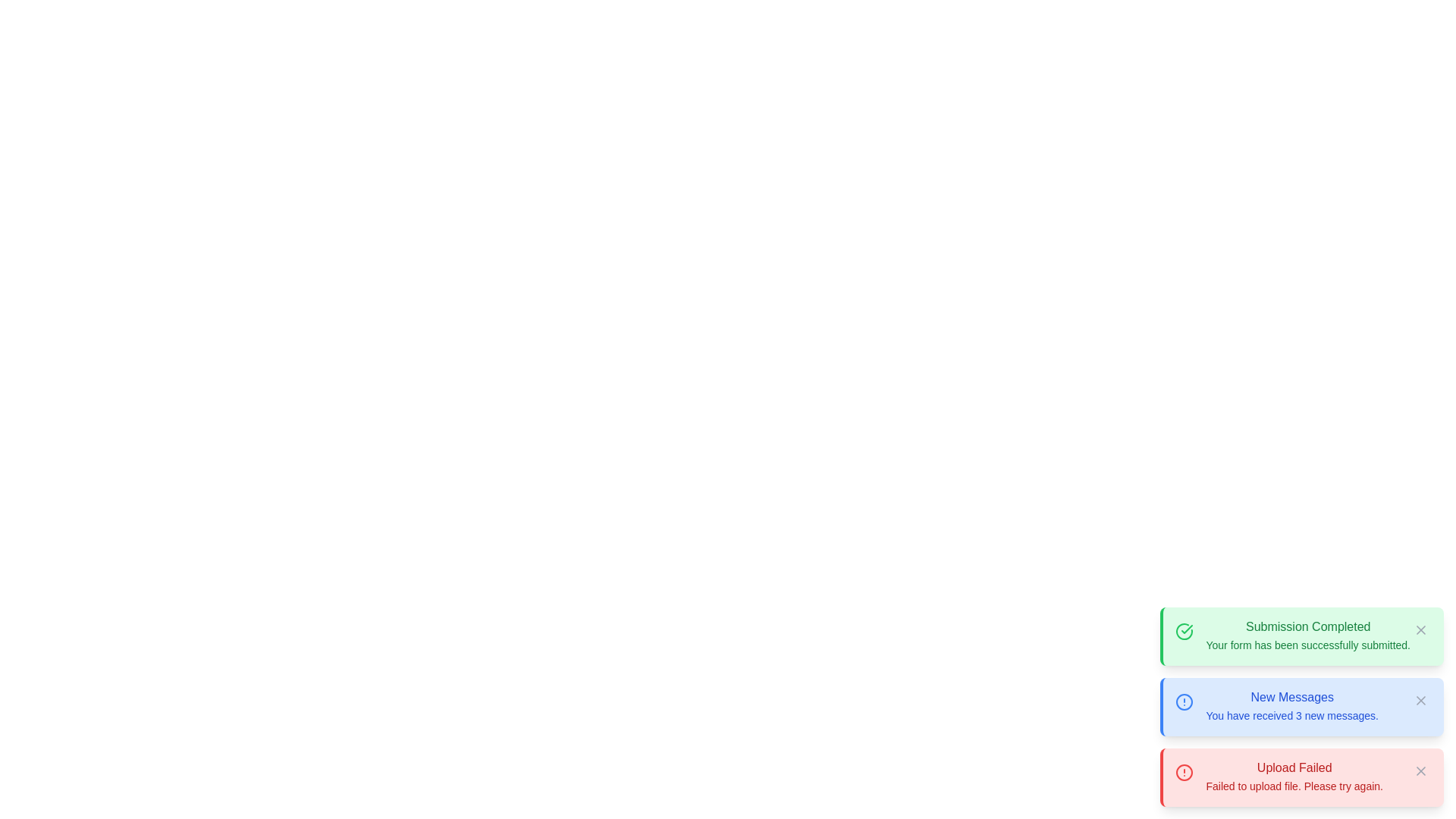  Describe the element at coordinates (1291, 698) in the screenshot. I see `the 'New Messages' text label located at the top of the notification box, which has a light blue background and displays the message indicating new messages` at that location.